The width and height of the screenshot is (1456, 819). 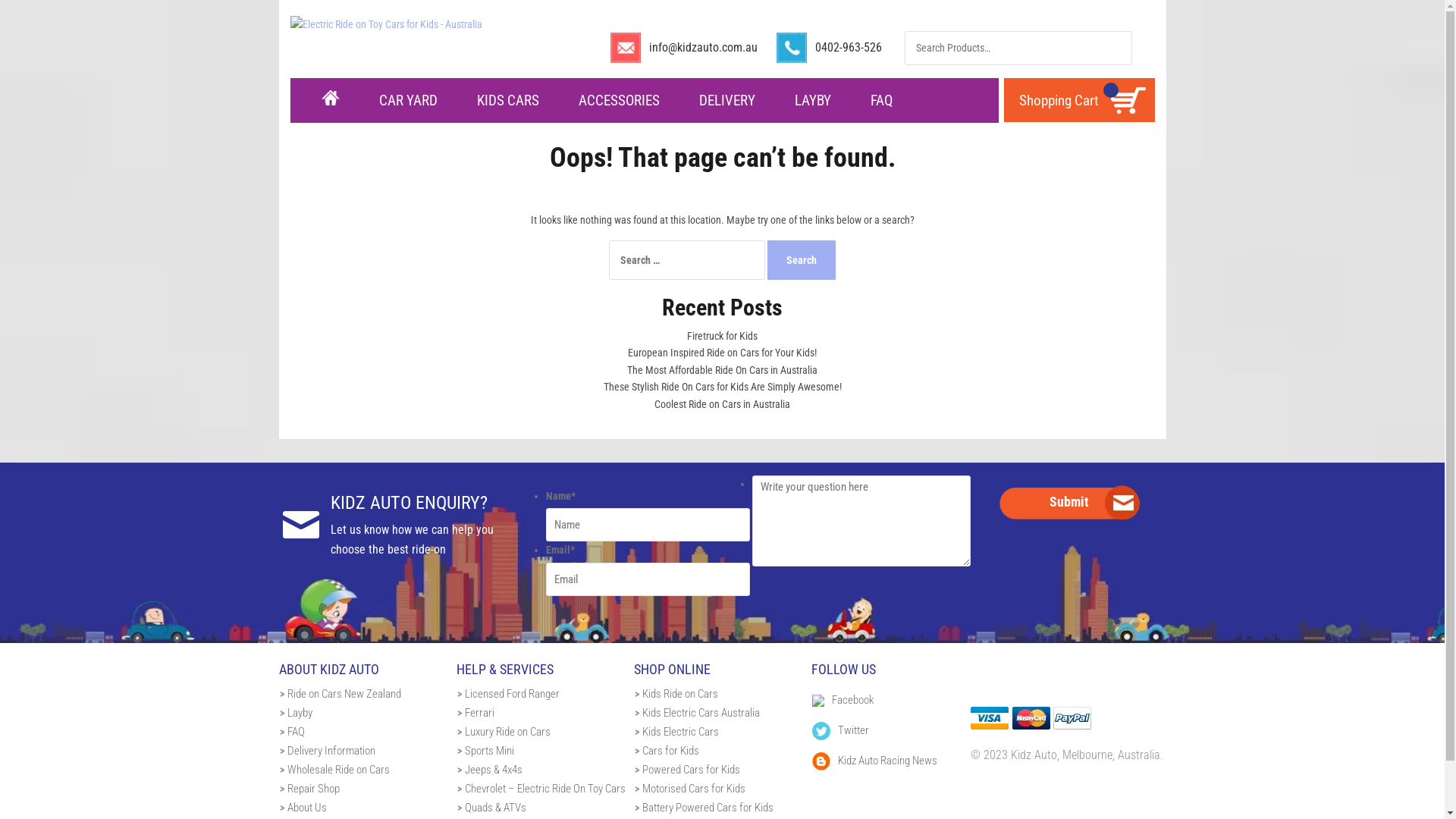 I want to click on 'DELIVERY', so click(x=726, y=101).